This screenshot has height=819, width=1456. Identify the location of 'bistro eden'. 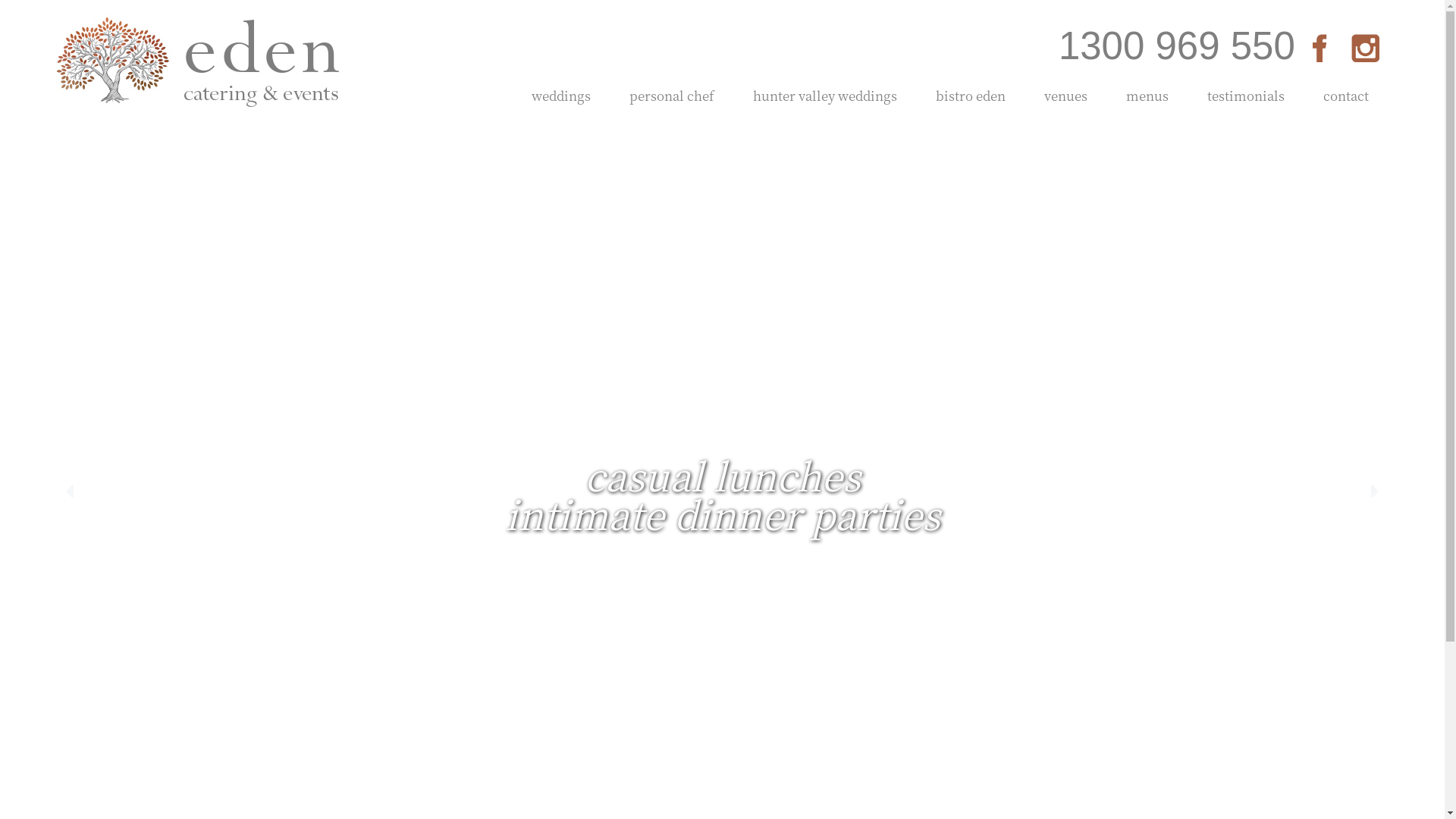
(971, 96).